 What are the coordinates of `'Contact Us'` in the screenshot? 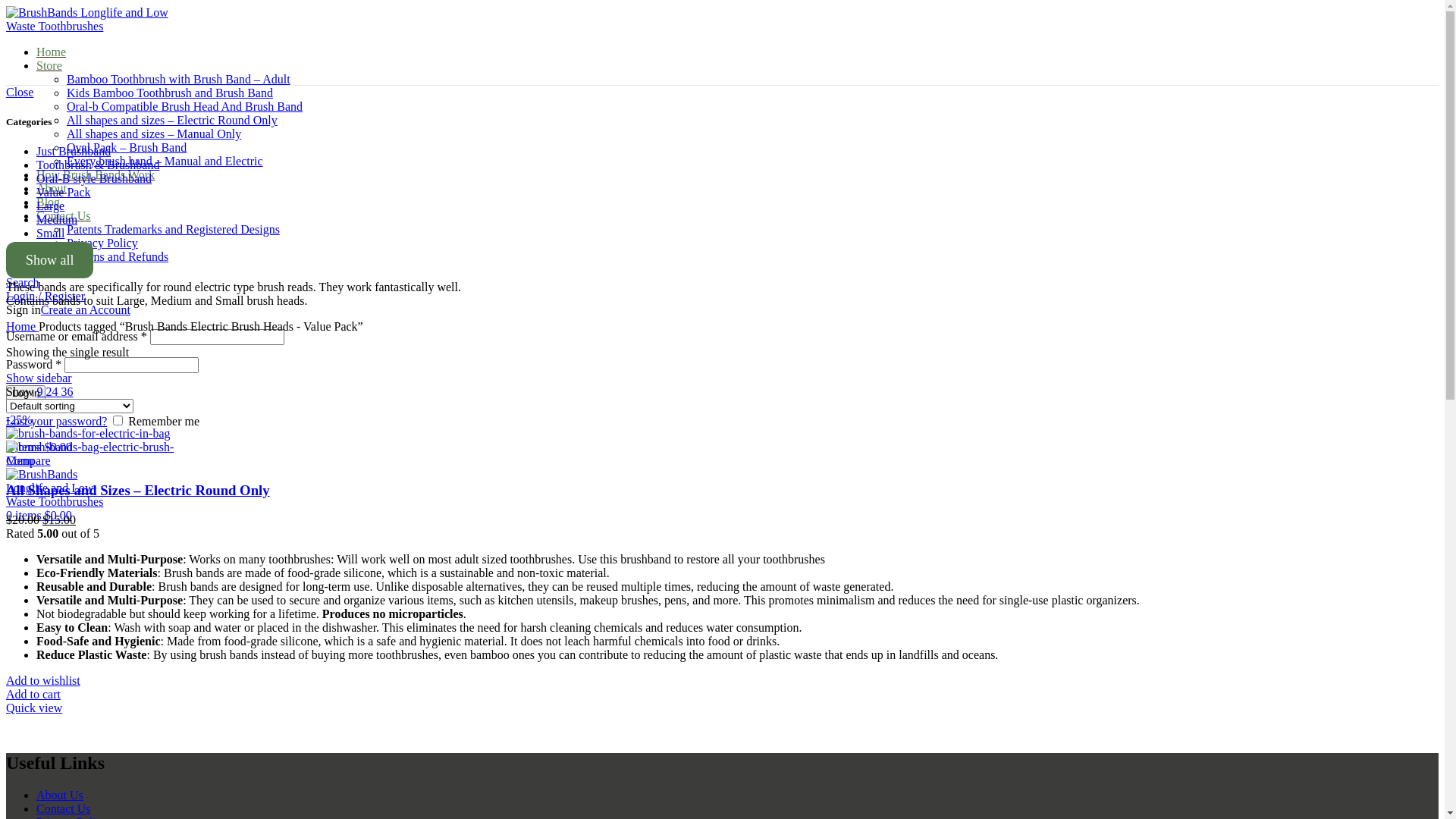 It's located at (36, 215).